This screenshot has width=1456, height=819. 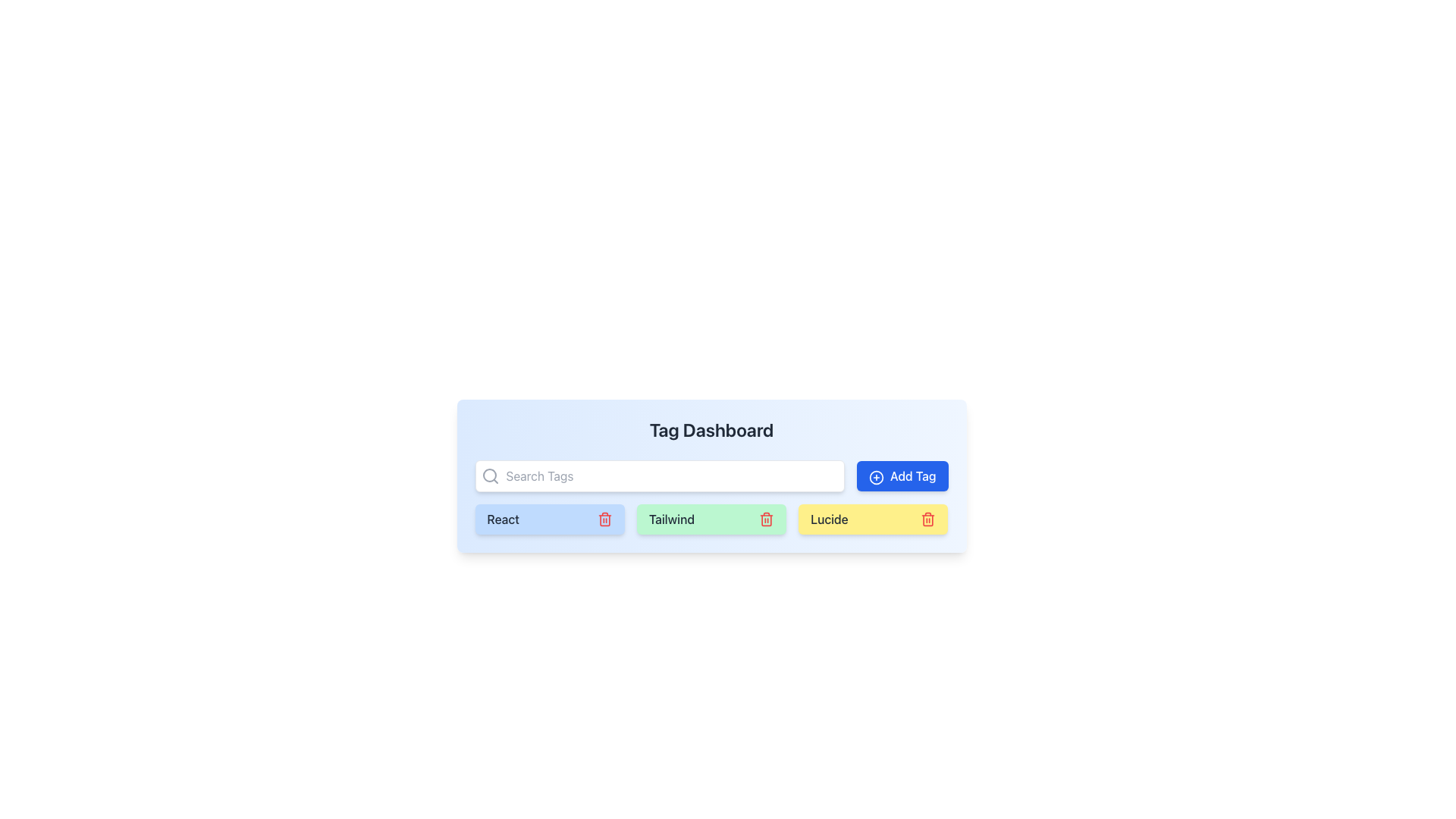 What do you see at coordinates (490, 475) in the screenshot?
I see `the iconic magnifying glass symbol located at the start of the 'Search Tags' input component` at bounding box center [490, 475].